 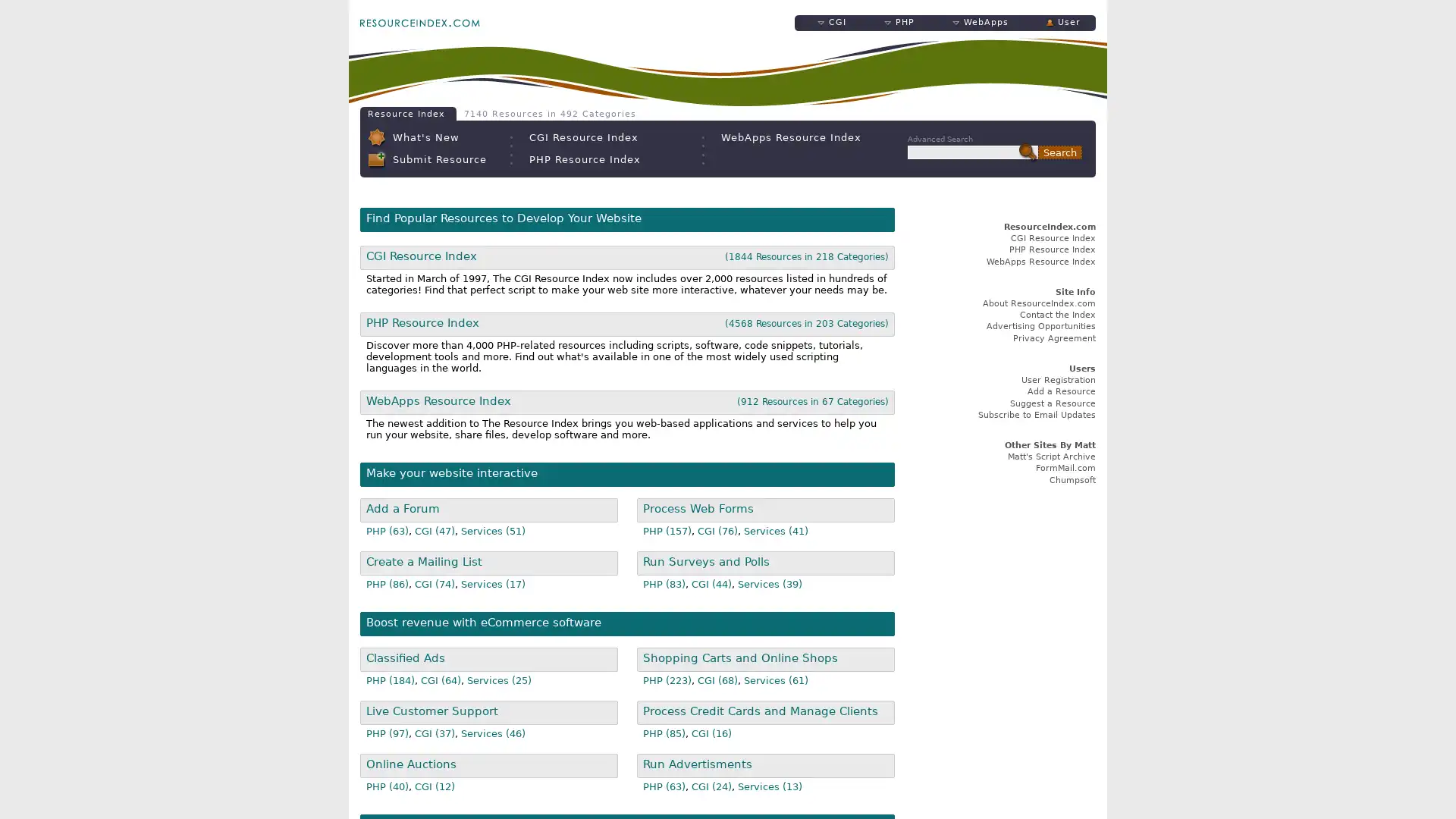 What do you see at coordinates (1059, 152) in the screenshot?
I see `Search` at bounding box center [1059, 152].